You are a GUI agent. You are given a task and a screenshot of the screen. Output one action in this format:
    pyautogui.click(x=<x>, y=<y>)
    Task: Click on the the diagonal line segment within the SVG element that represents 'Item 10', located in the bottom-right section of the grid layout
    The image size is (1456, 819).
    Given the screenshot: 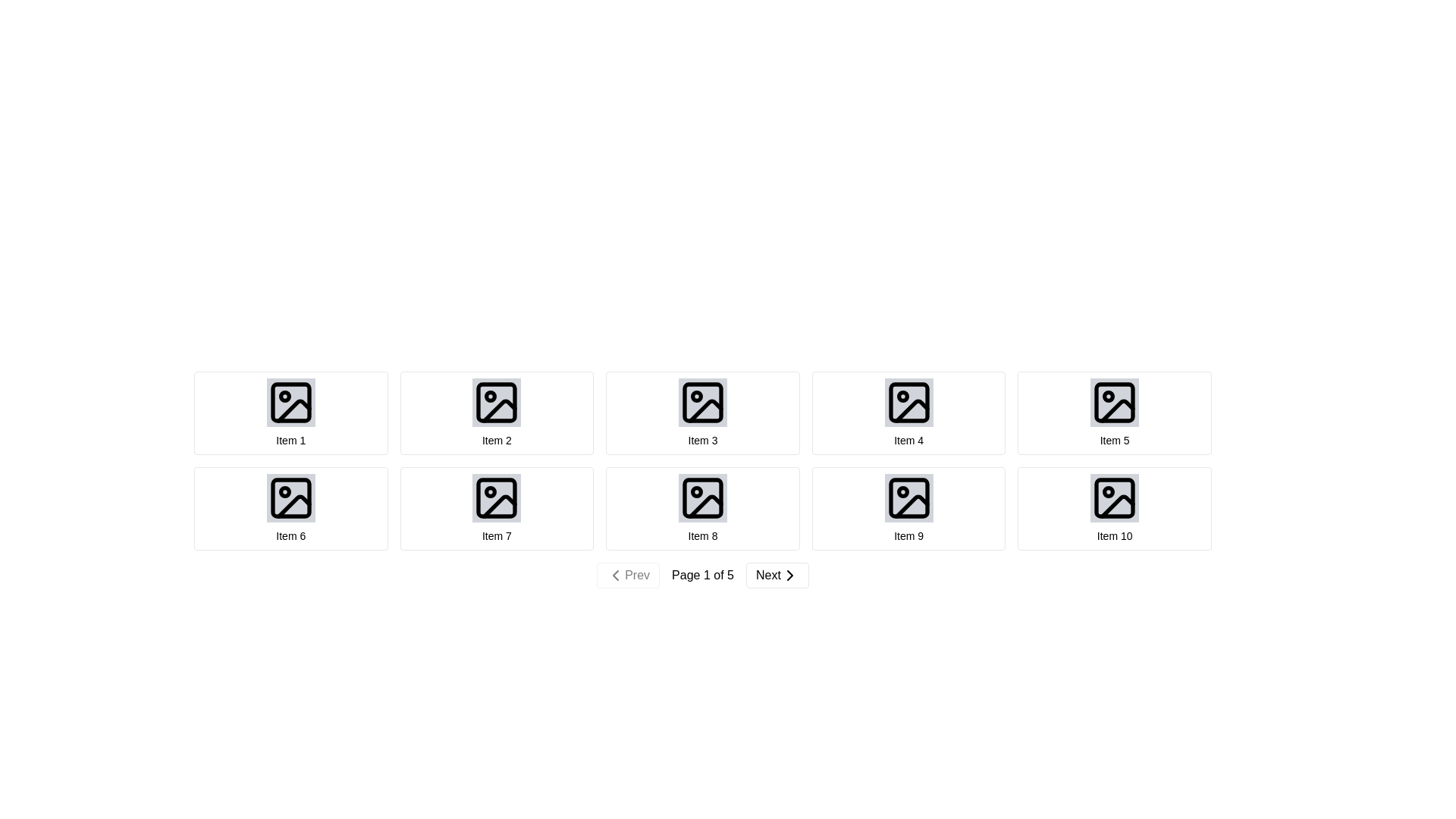 What is the action you would take?
    pyautogui.click(x=1118, y=507)
    